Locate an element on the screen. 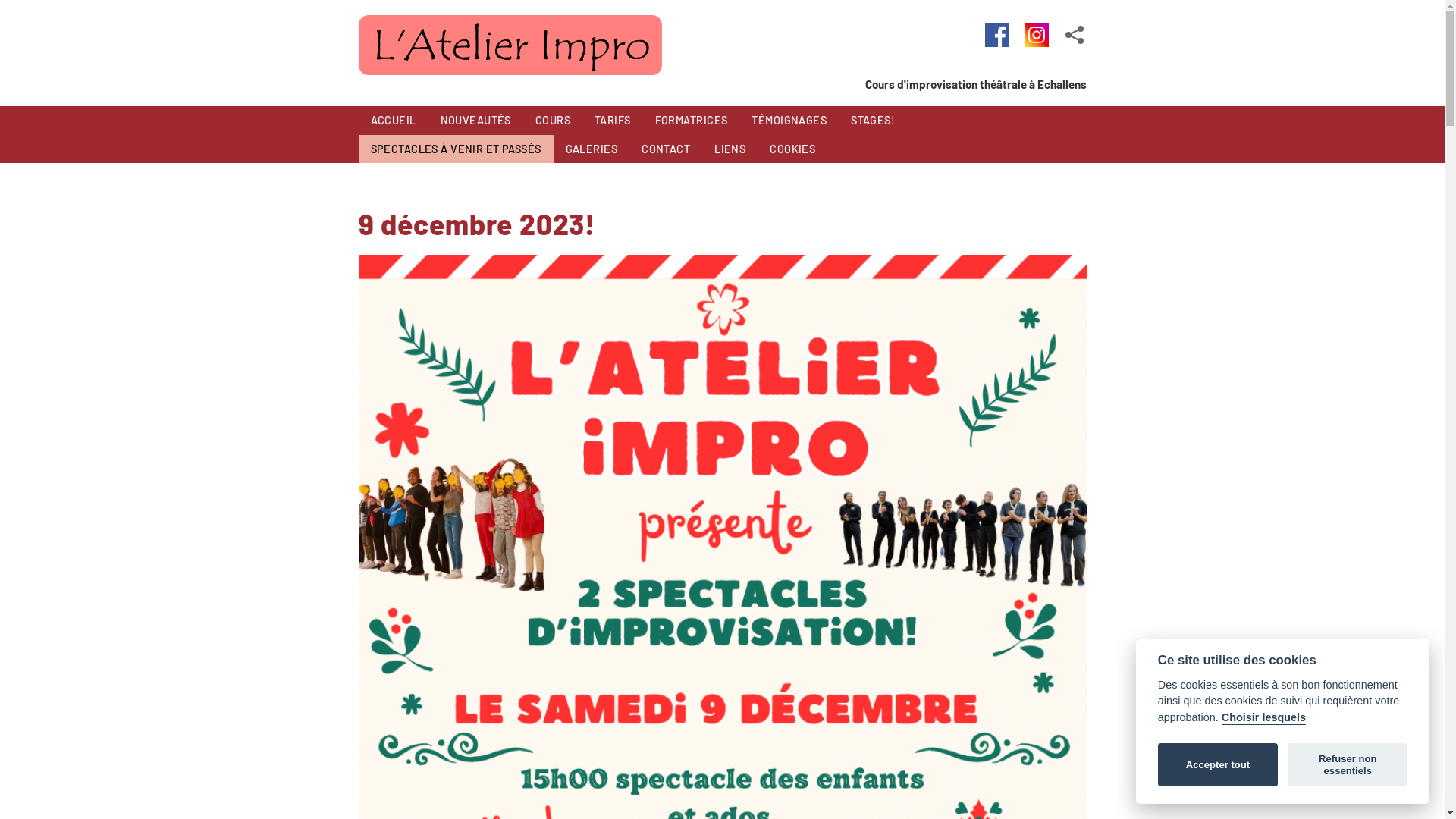 The width and height of the screenshot is (1456, 819). 'COURS' is located at coordinates (552, 119).